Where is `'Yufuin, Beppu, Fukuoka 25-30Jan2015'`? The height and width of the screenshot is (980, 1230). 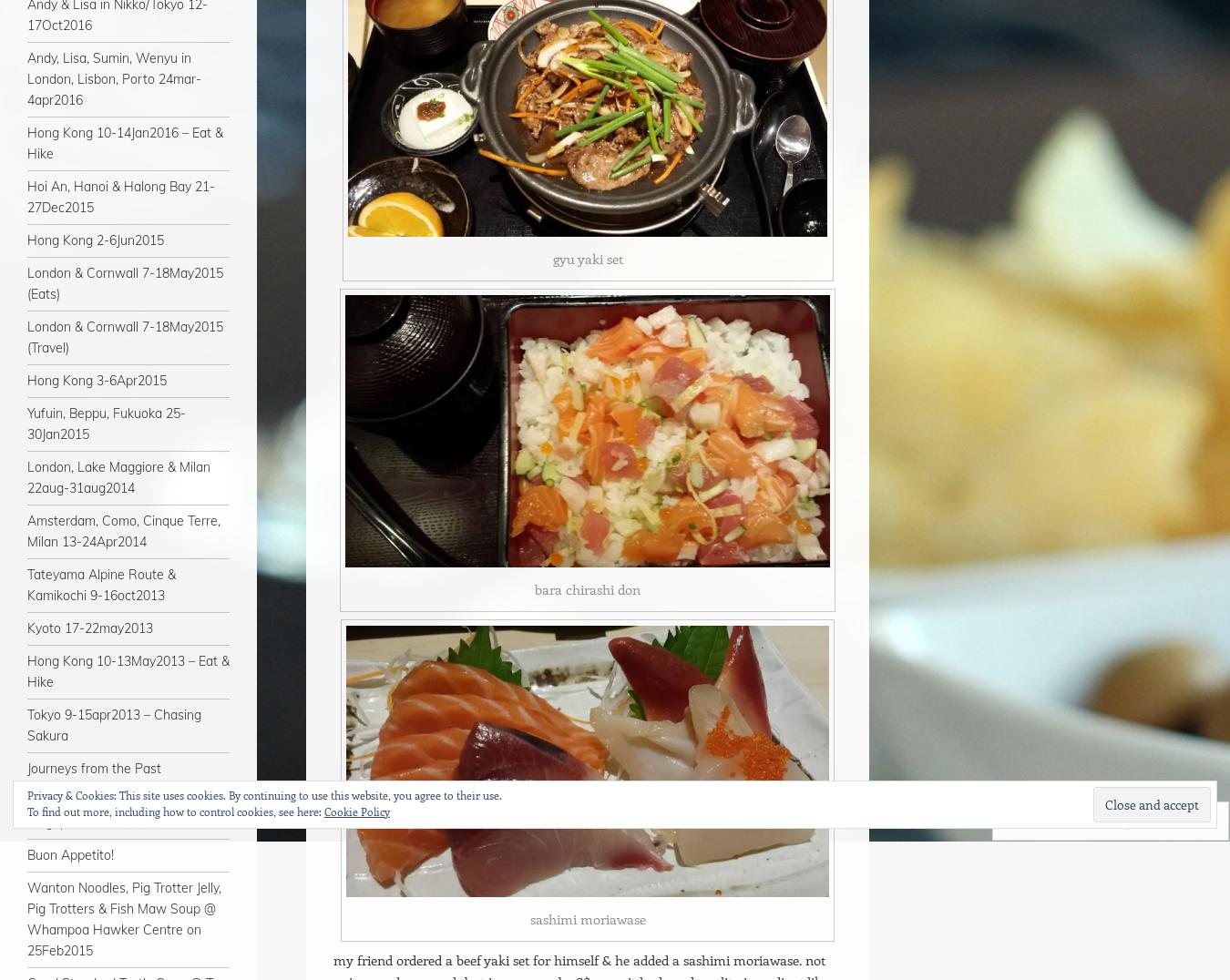 'Yufuin, Beppu, Fukuoka 25-30Jan2015' is located at coordinates (107, 423).